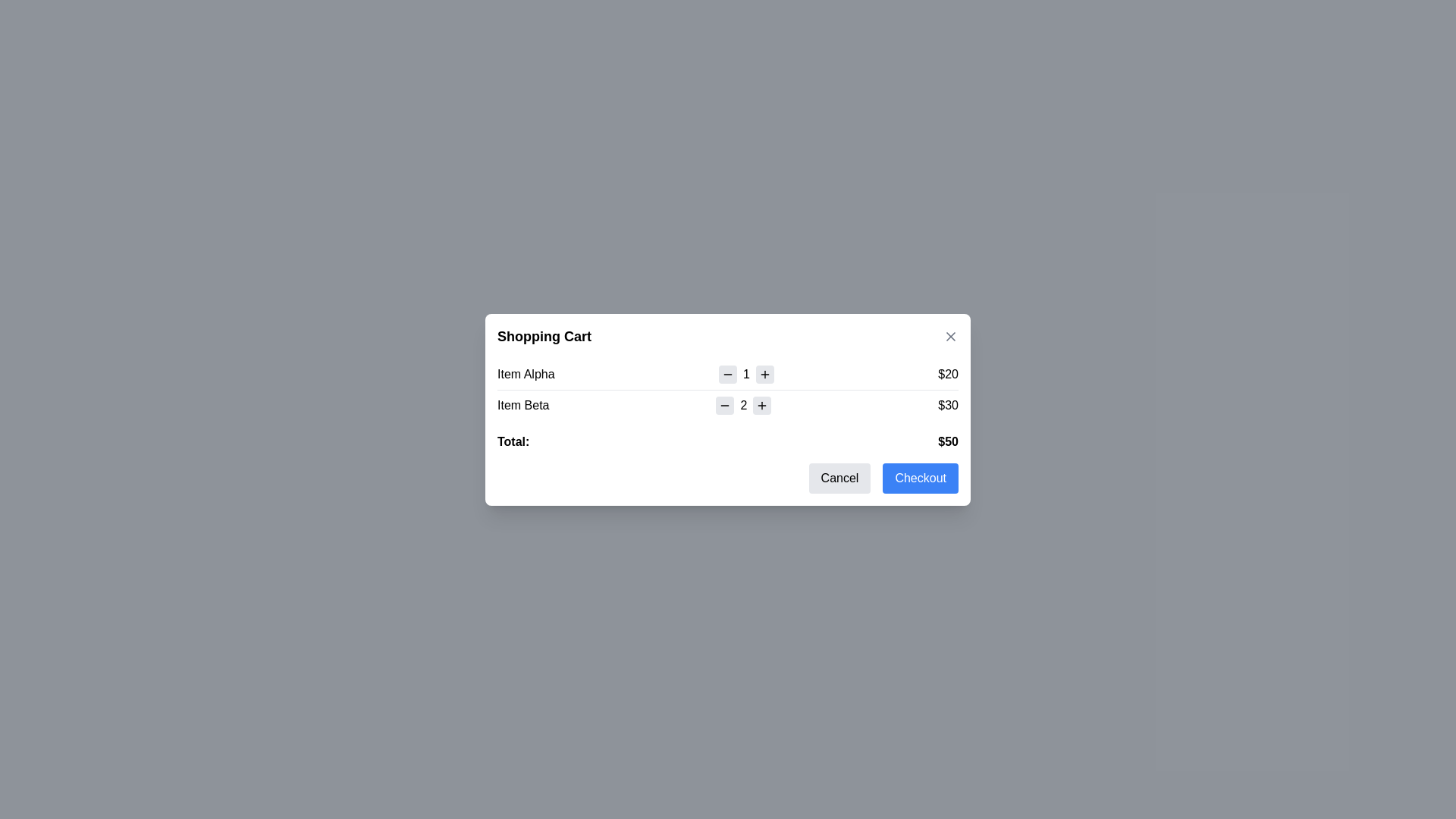 This screenshot has width=1456, height=819. Describe the element at coordinates (949, 335) in the screenshot. I see `the small gray 'X' icon close button located in the top-right corner of the 'Shopping Cart' dialog box` at that location.